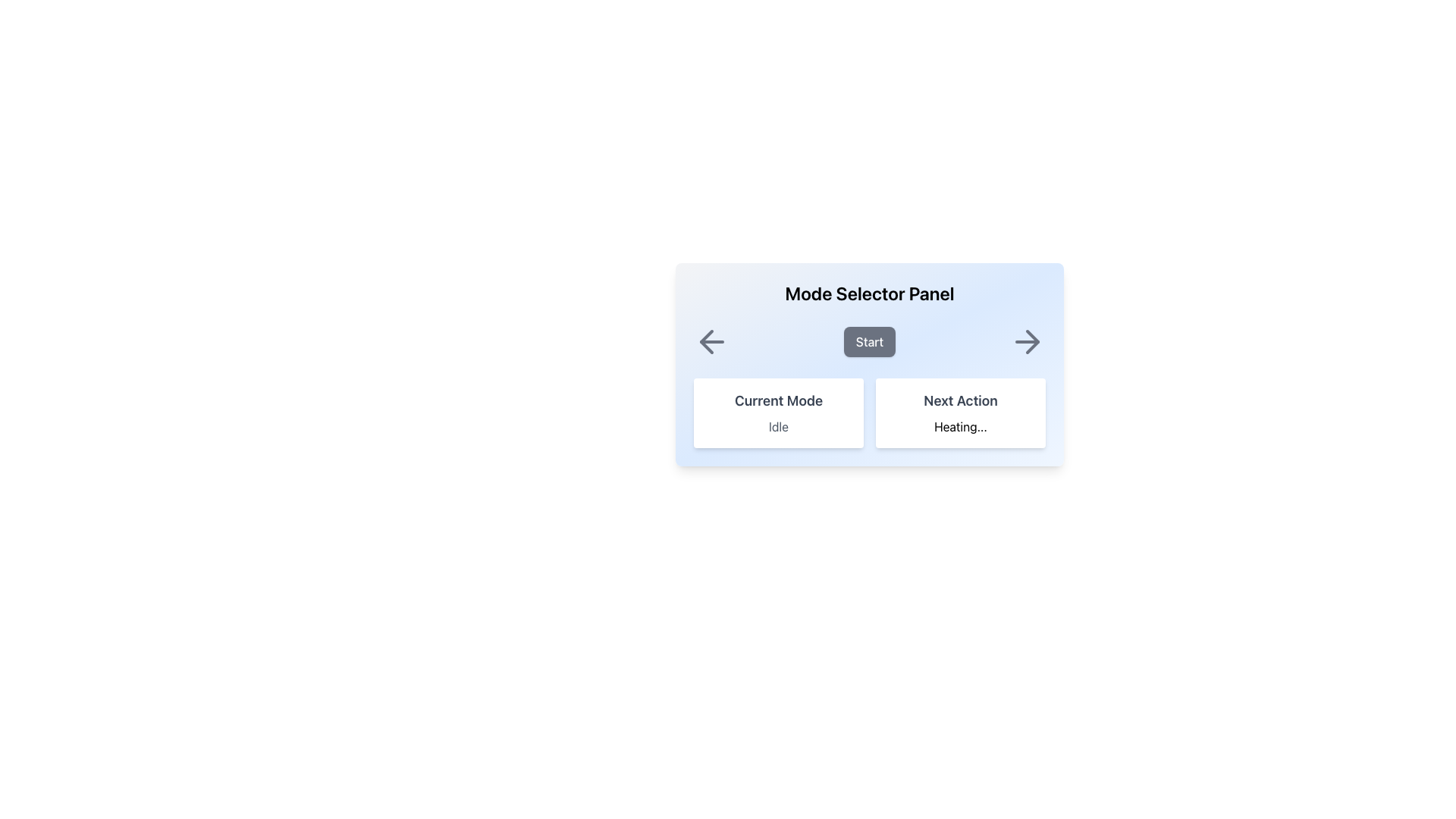  Describe the element at coordinates (1027, 342) in the screenshot. I see `the navigation control icon located at the far right of the Mode Selector Panel, positioned to the right of the 'Start' button` at that location.